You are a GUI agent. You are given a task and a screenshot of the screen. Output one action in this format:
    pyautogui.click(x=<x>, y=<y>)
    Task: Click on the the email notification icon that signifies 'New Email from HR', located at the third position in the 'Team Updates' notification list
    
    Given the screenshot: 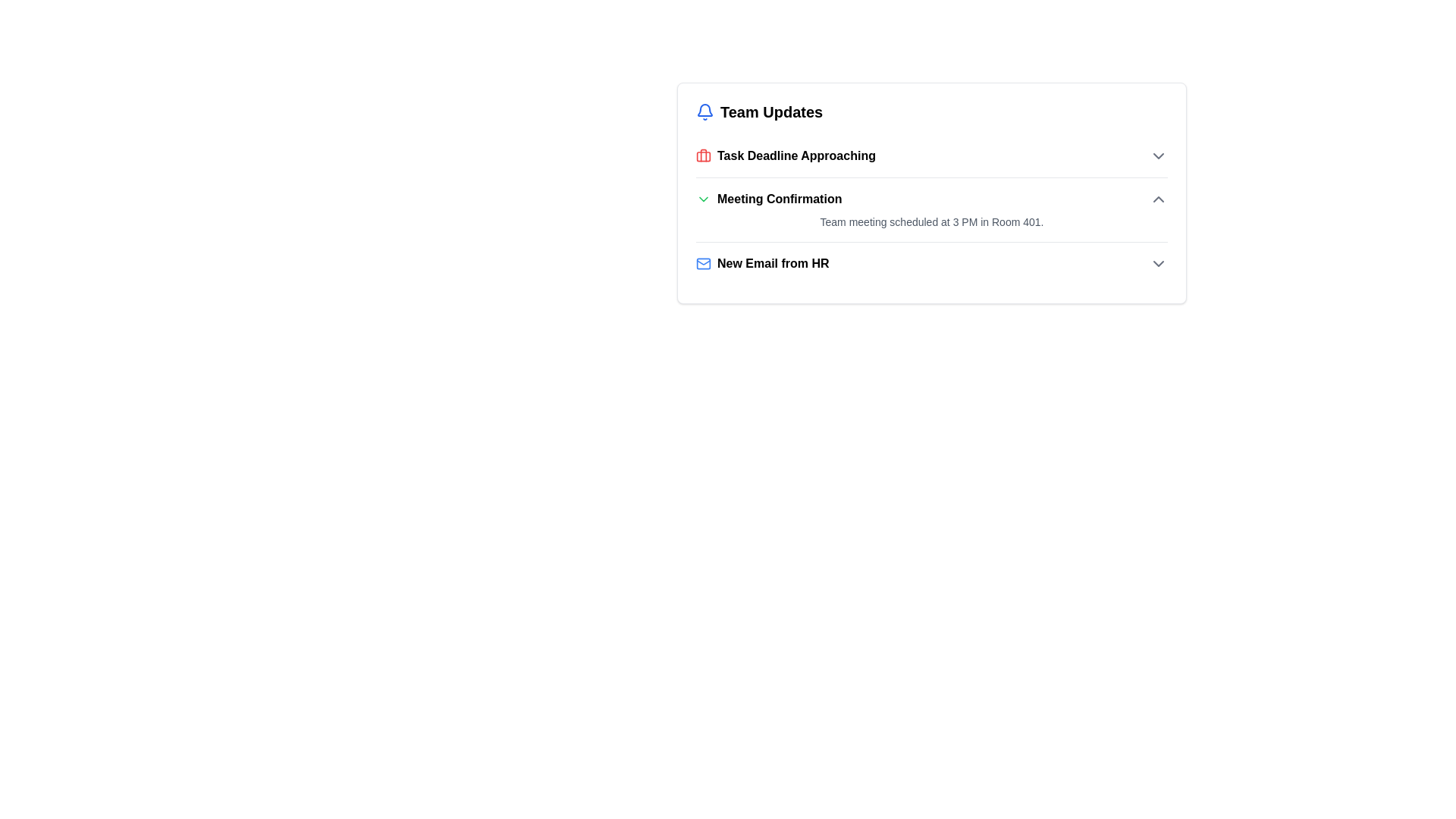 What is the action you would take?
    pyautogui.click(x=702, y=262)
    